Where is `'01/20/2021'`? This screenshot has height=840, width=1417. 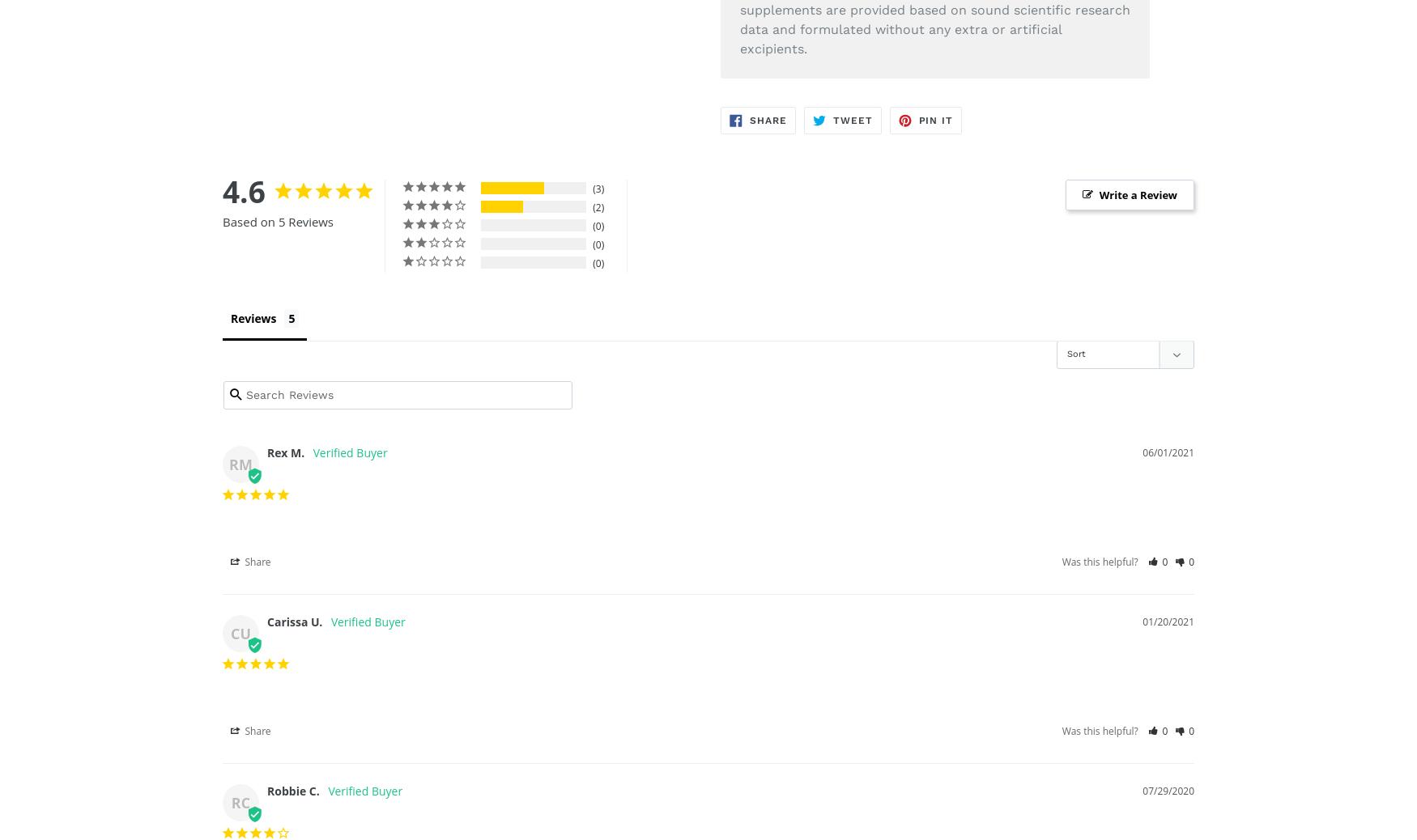 '01/20/2021' is located at coordinates (1142, 620).